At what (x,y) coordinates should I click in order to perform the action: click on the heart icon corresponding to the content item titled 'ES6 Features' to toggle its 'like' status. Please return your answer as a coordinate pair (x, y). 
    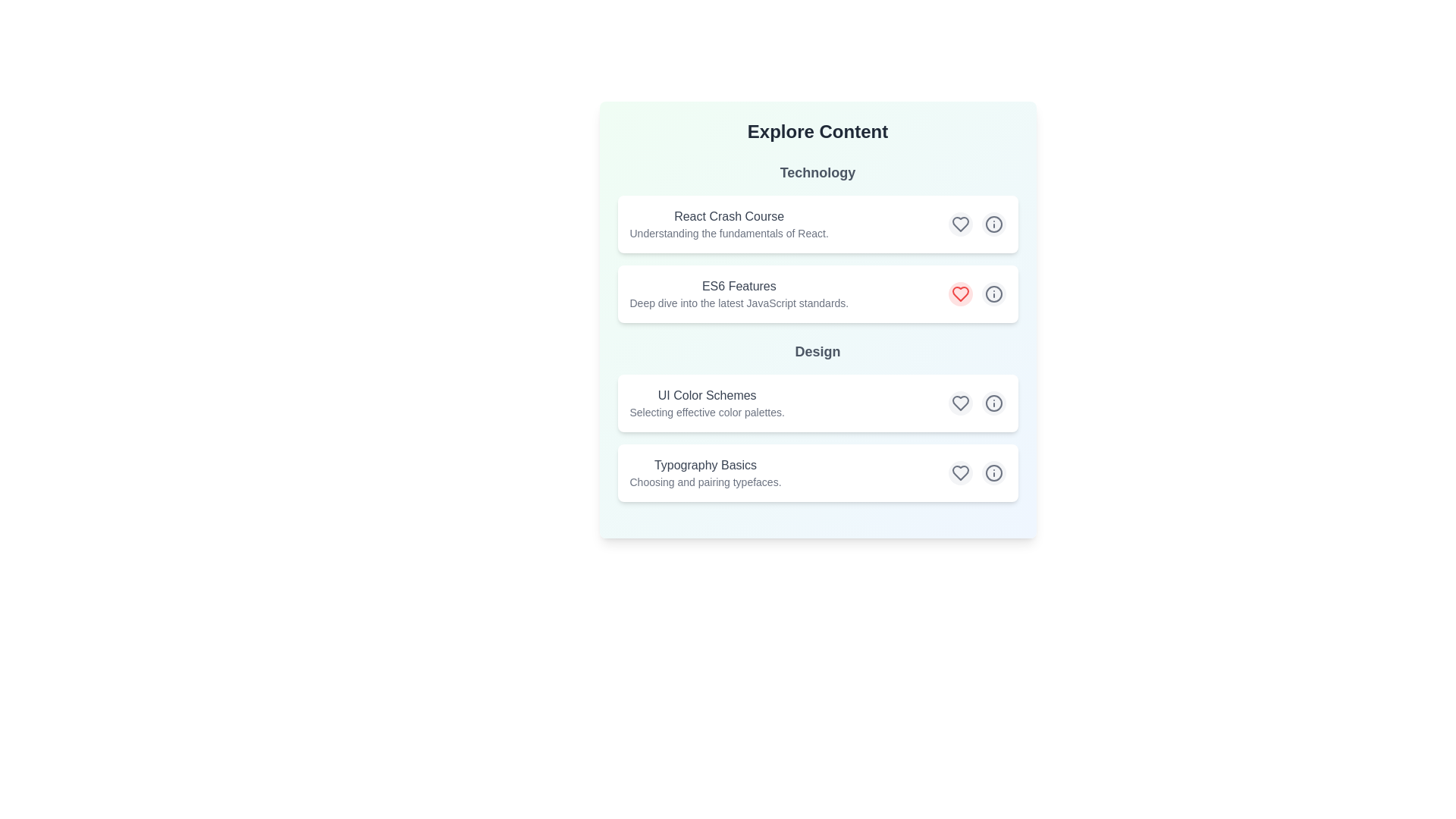
    Looking at the image, I should click on (959, 294).